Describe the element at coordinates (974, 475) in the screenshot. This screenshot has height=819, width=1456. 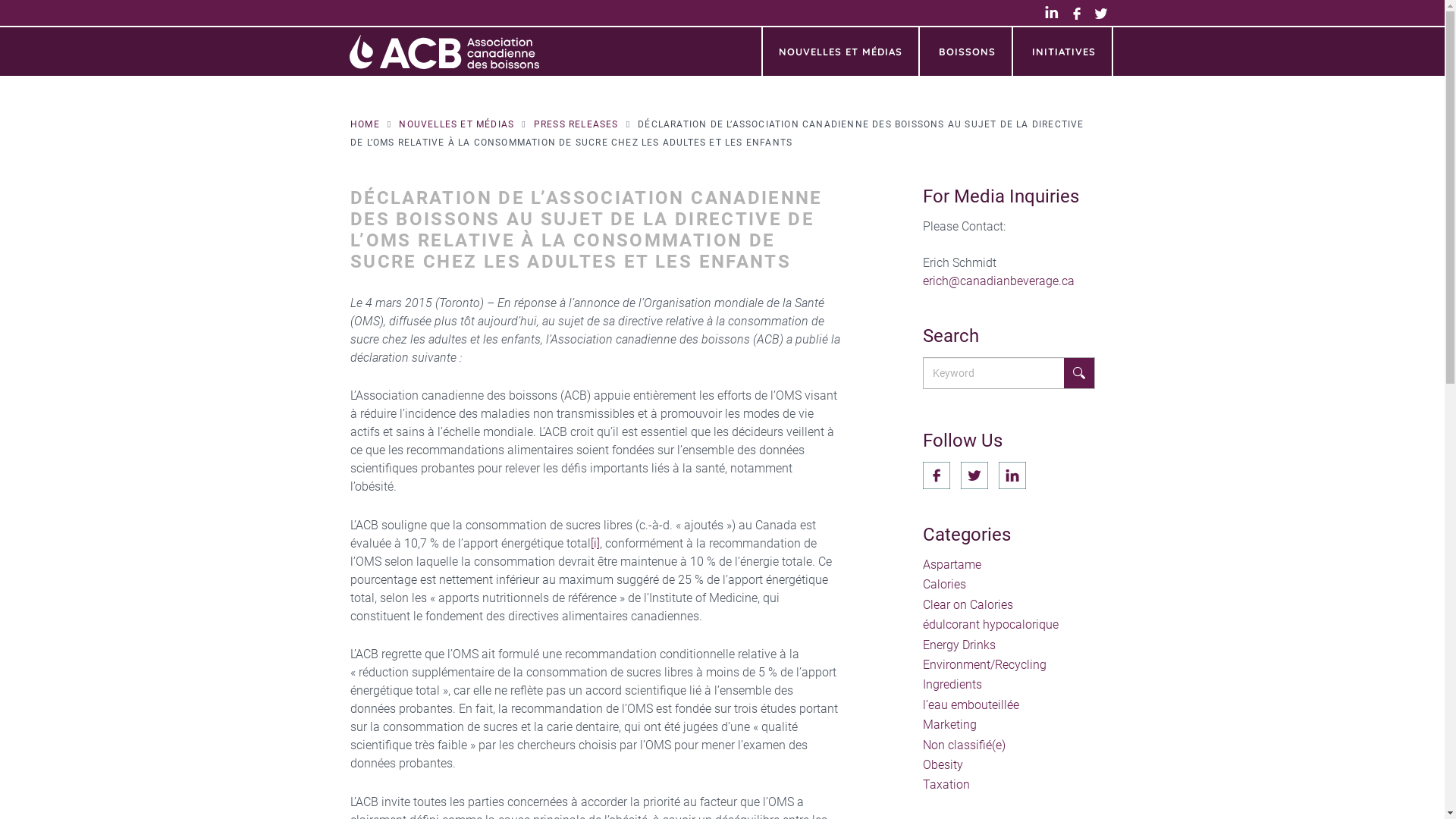
I see `'Follow us on Twitter'` at that location.